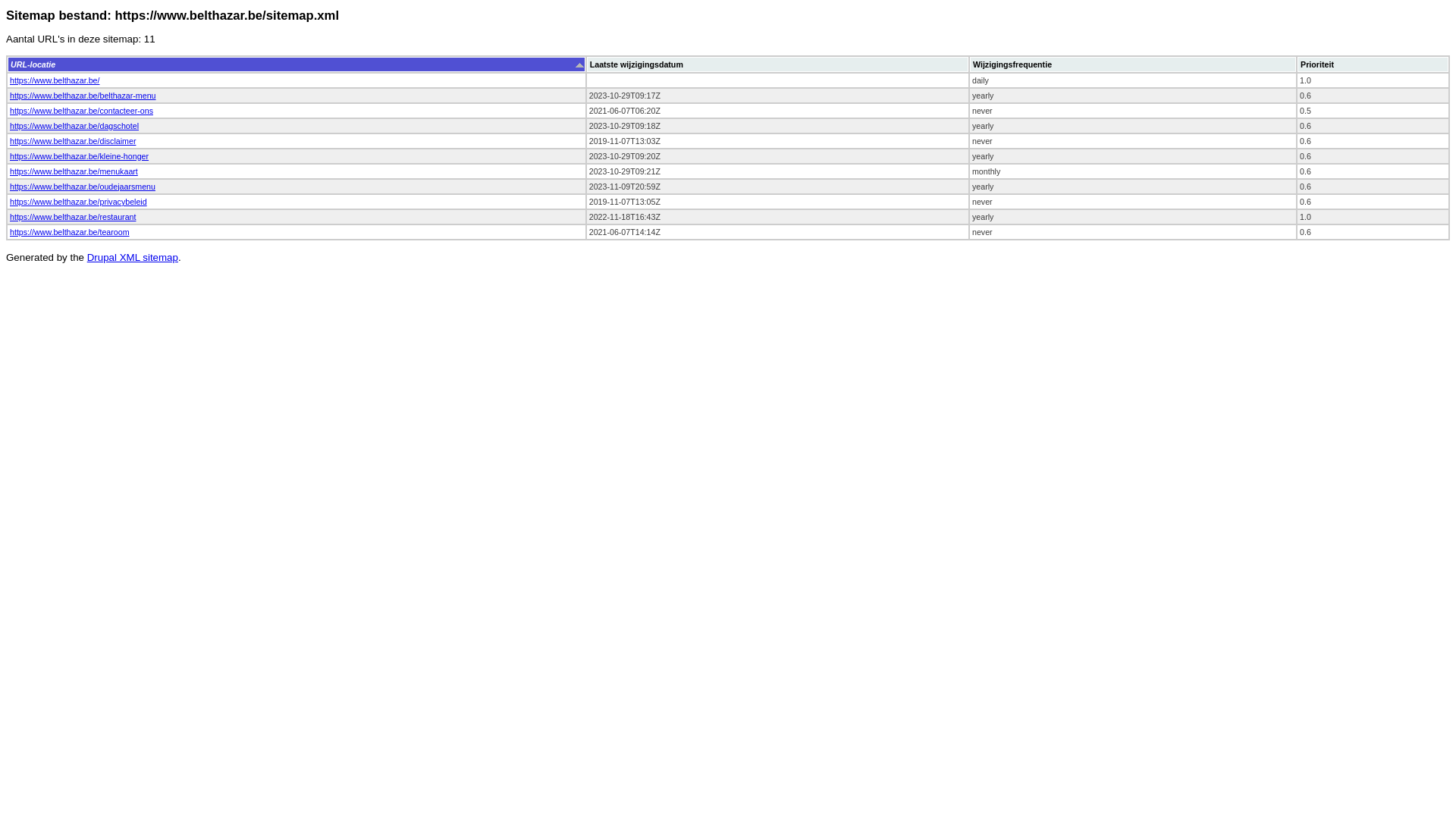  What do you see at coordinates (82, 186) in the screenshot?
I see `'https://www.belthazar.be/oudejaarsmenu'` at bounding box center [82, 186].